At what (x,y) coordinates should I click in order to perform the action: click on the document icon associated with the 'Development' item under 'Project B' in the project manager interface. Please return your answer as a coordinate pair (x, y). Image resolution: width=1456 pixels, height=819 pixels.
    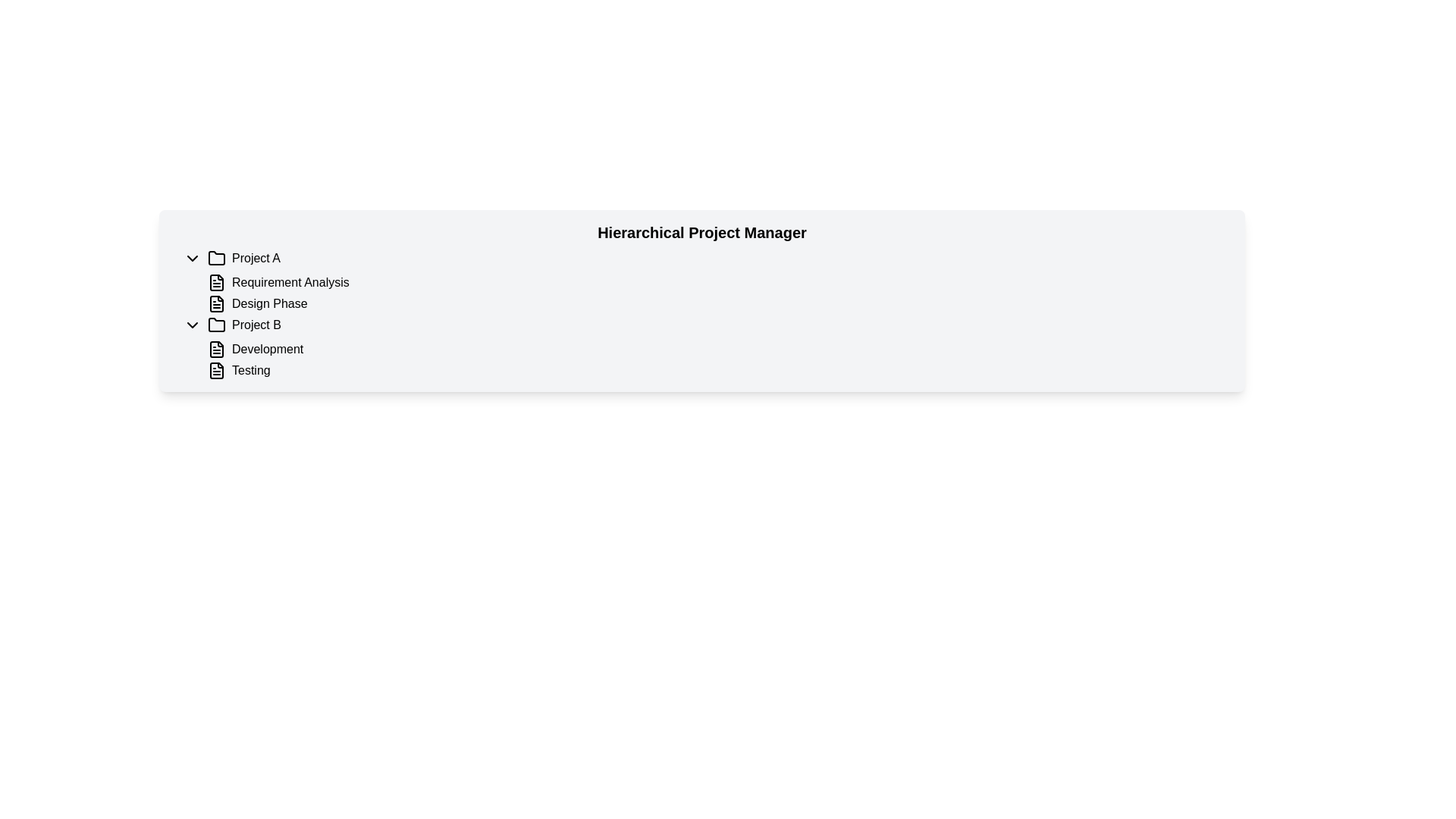
    Looking at the image, I should click on (216, 350).